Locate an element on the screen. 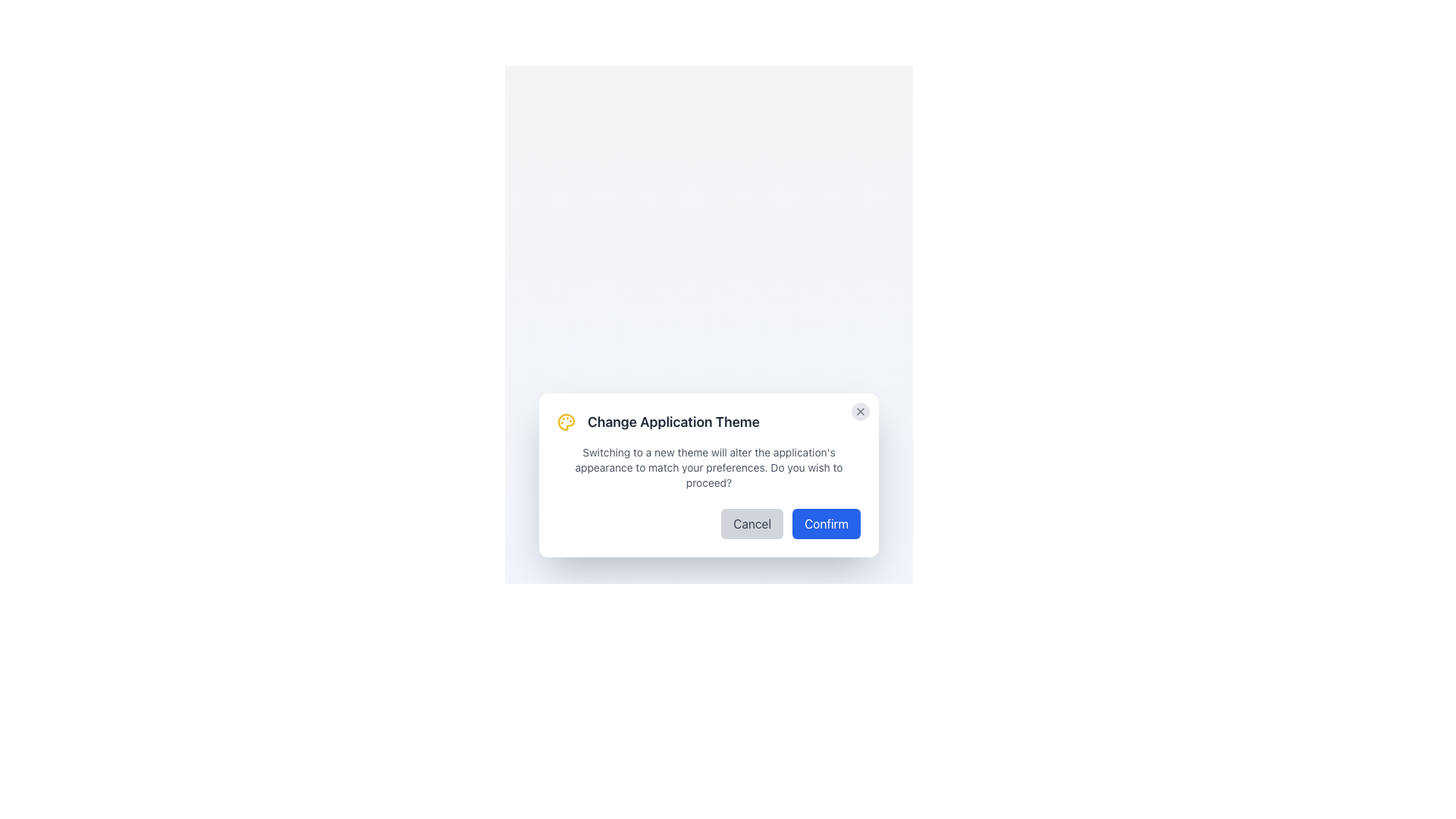 This screenshot has height=819, width=1456. the position and context of the painter's palette icon located in the header of the 'Change Application Theme' dialog box is located at coordinates (566, 422).